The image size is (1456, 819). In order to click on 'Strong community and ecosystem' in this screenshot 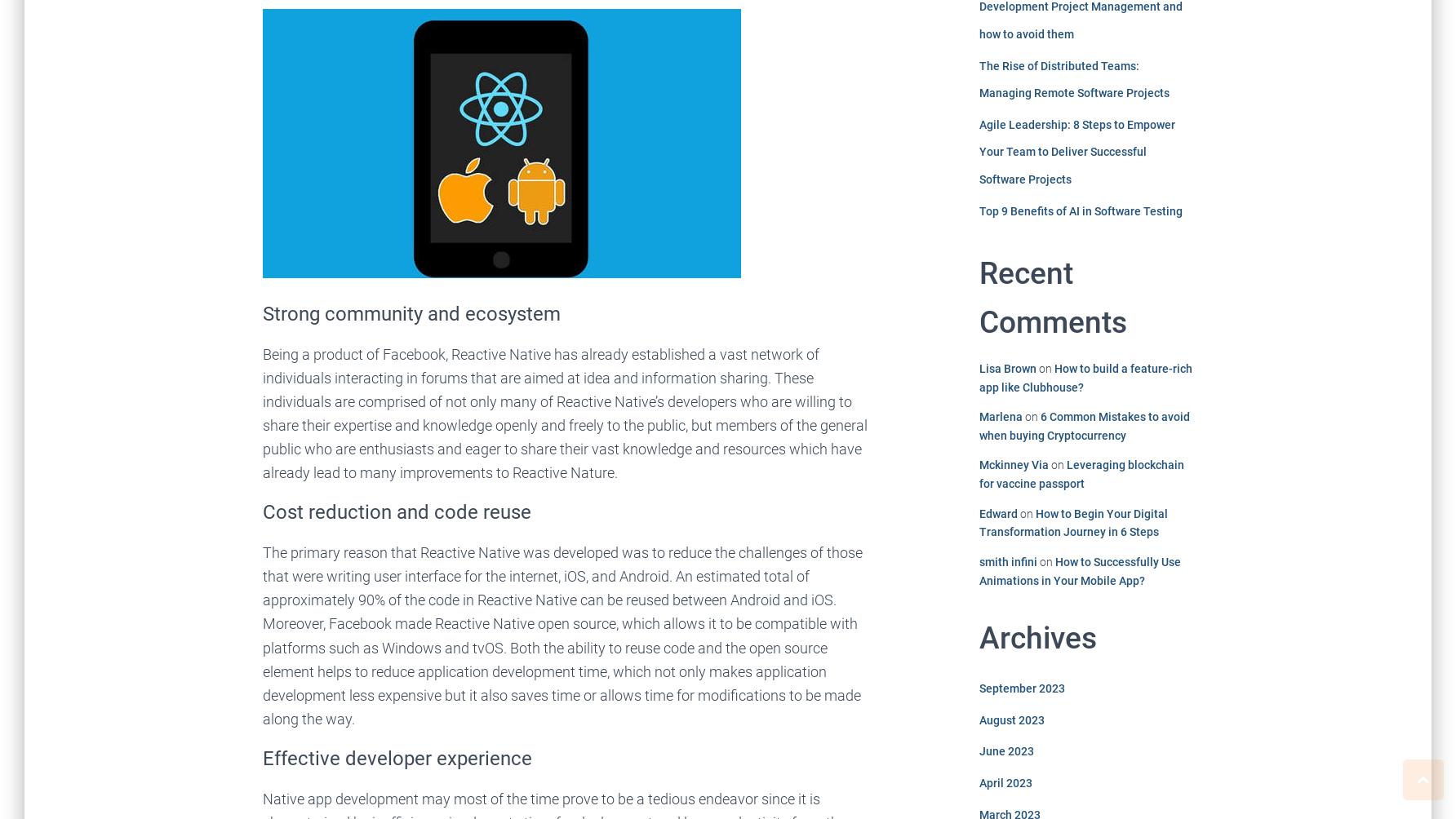, I will do `click(411, 312)`.